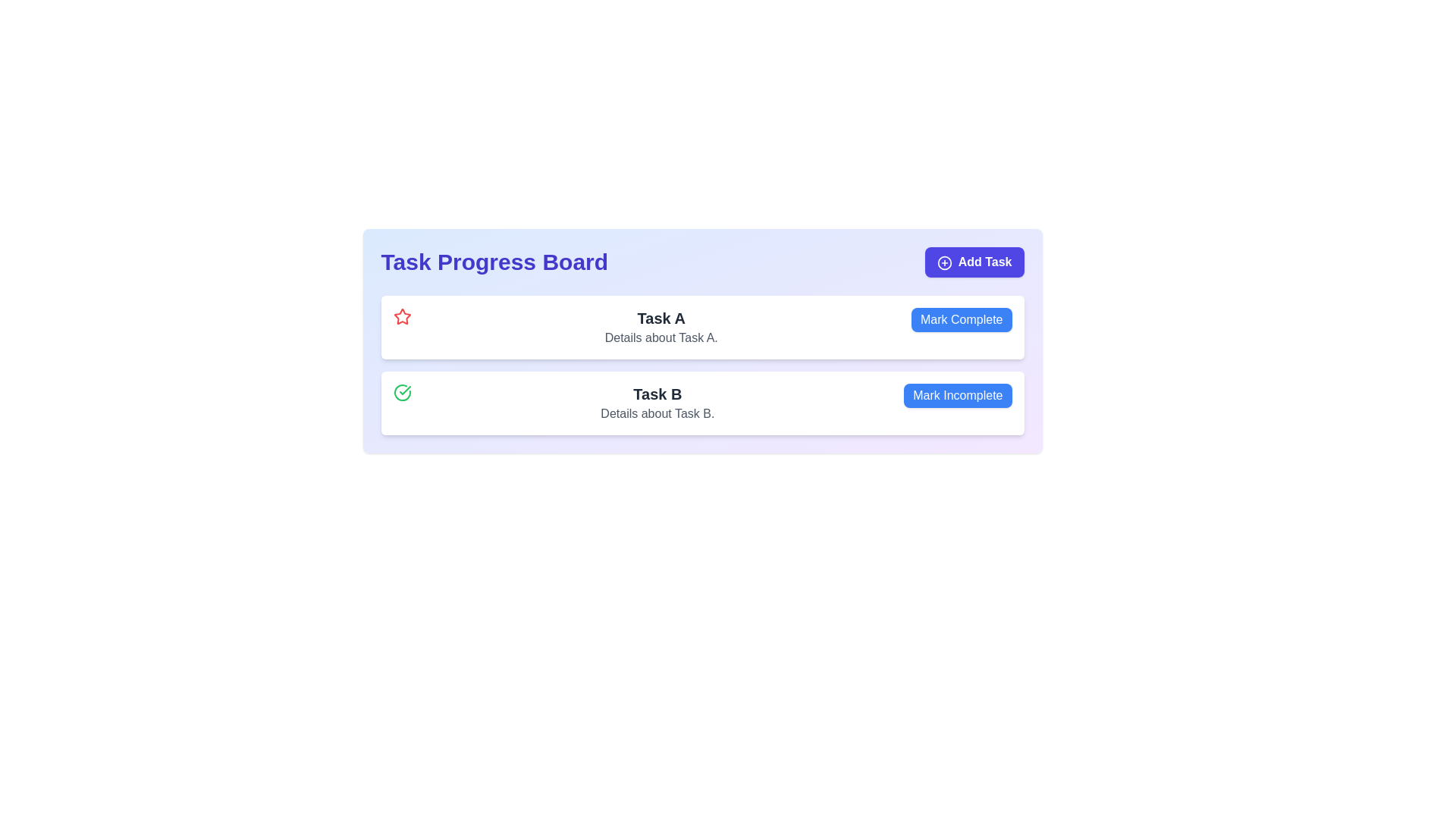 Image resolution: width=1456 pixels, height=819 pixels. Describe the element at coordinates (943, 262) in the screenshot. I see `the decorative circular element located inside the 'Add Task' button at the top-right corner of the task progress board interface` at that location.